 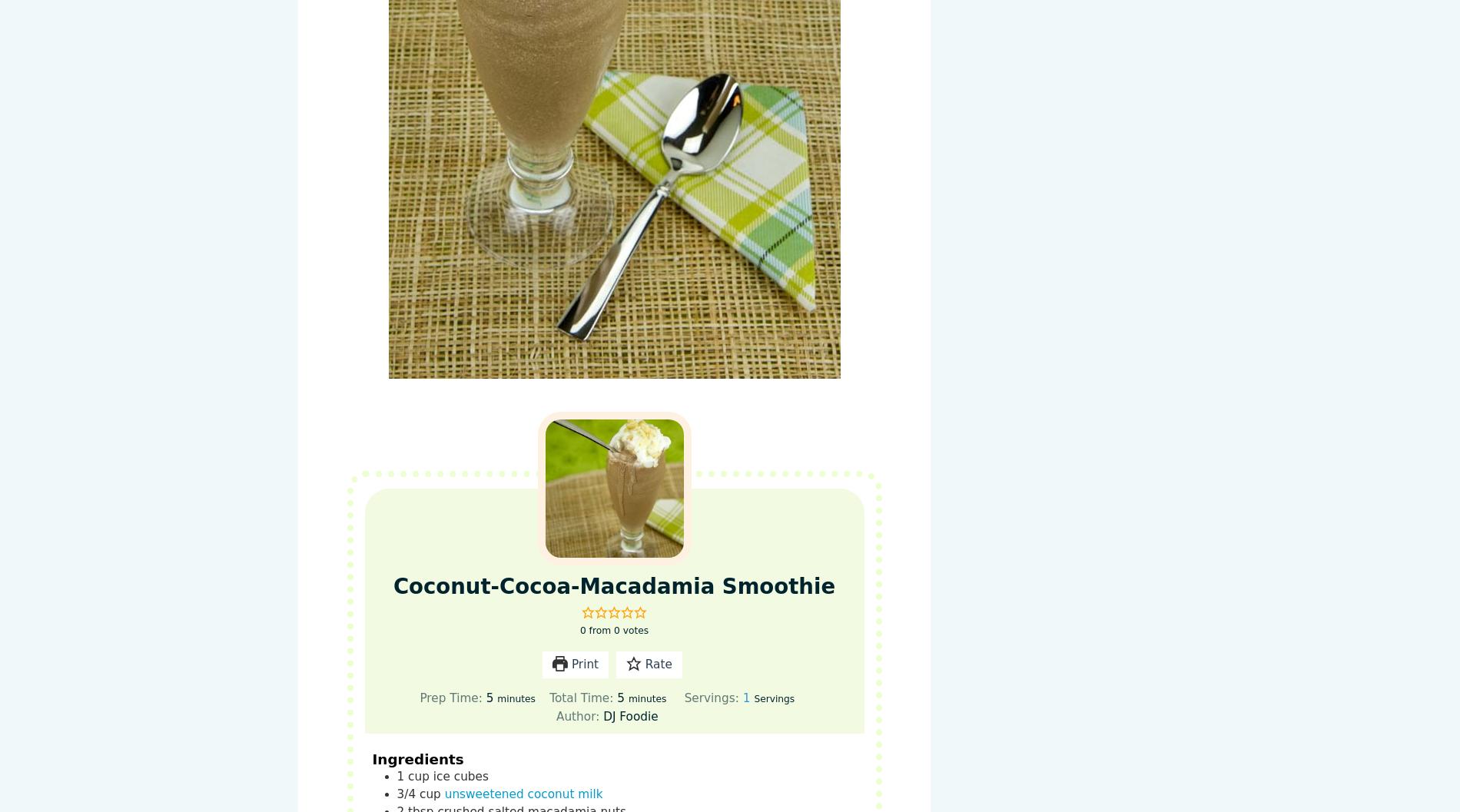 What do you see at coordinates (523, 793) in the screenshot?
I see `'unsweetened coconut milk'` at bounding box center [523, 793].